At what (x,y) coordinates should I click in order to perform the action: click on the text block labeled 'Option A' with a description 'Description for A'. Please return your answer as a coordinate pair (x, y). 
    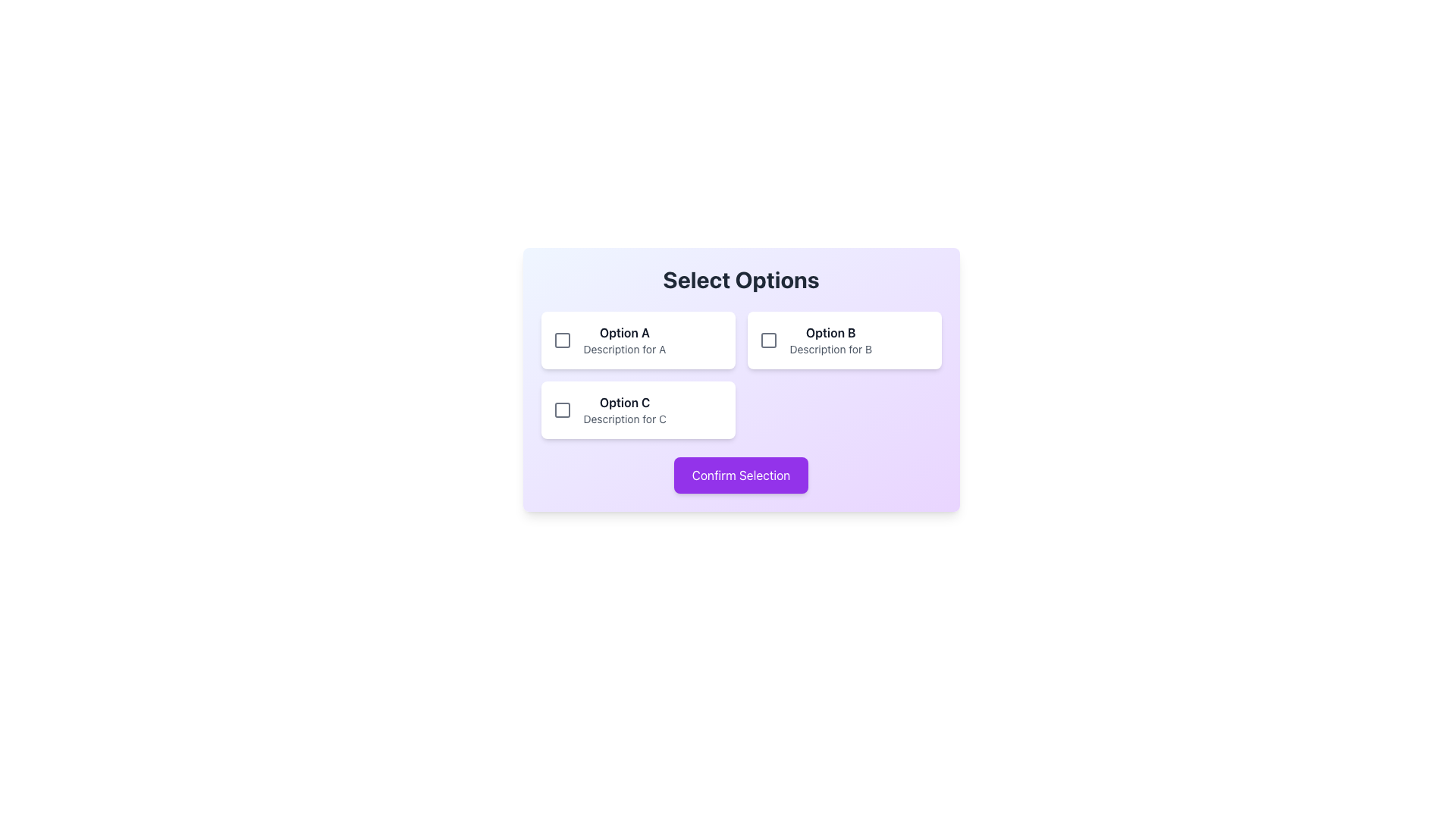
    Looking at the image, I should click on (624, 339).